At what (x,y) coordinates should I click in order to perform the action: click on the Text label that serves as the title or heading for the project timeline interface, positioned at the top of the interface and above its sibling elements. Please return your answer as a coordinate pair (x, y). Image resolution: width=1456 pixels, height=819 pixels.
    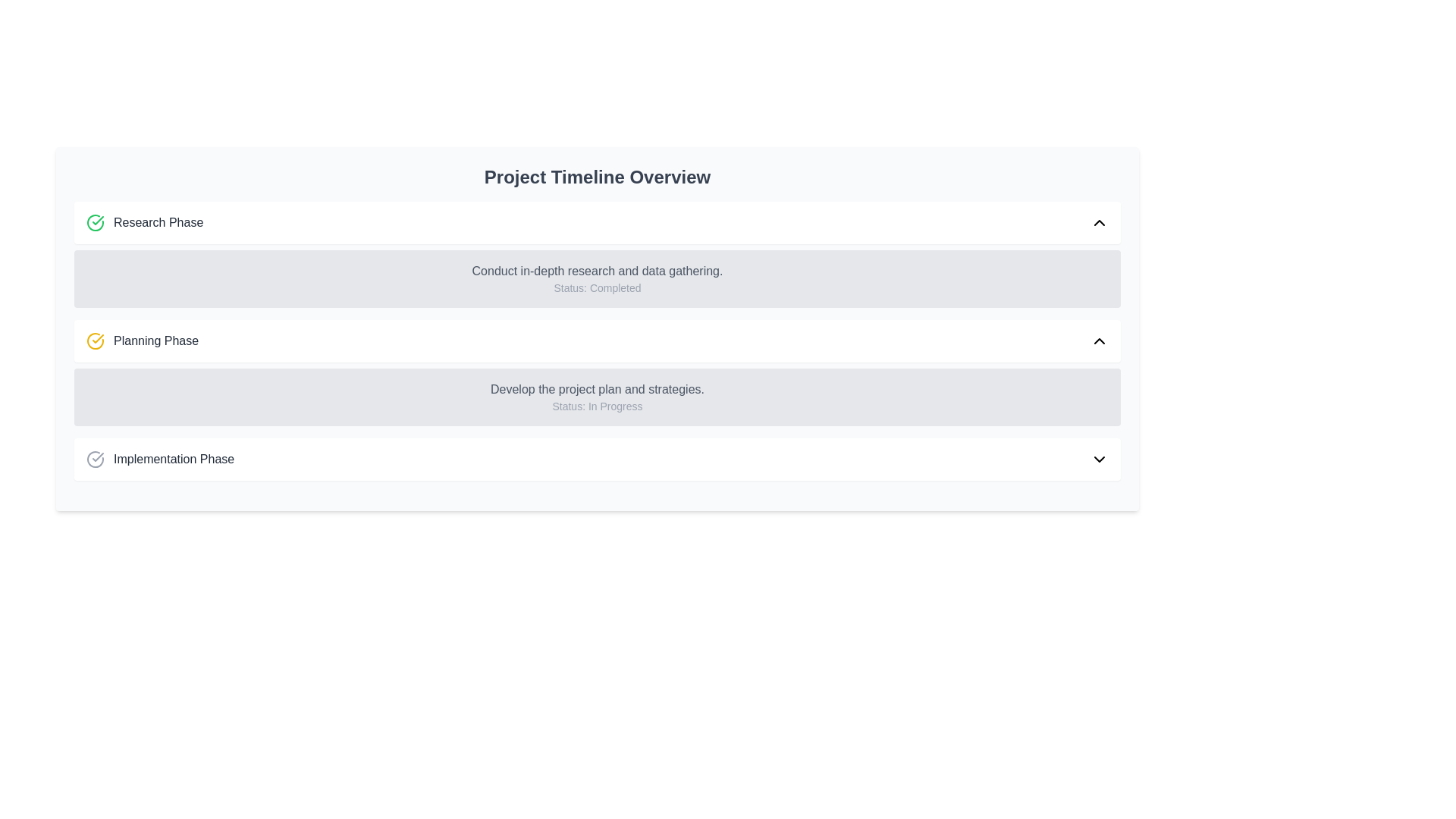
    Looking at the image, I should click on (596, 177).